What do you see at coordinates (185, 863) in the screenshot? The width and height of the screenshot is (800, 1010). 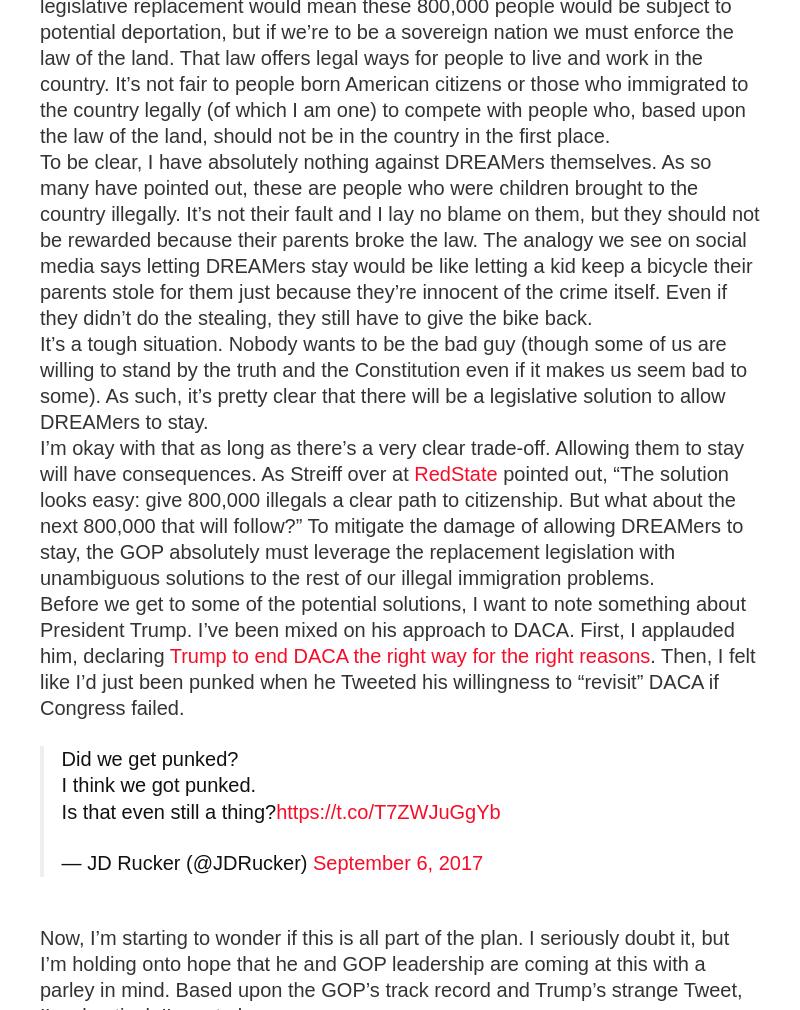 I see `'— JD Rucker (@JDRucker)'` at bounding box center [185, 863].